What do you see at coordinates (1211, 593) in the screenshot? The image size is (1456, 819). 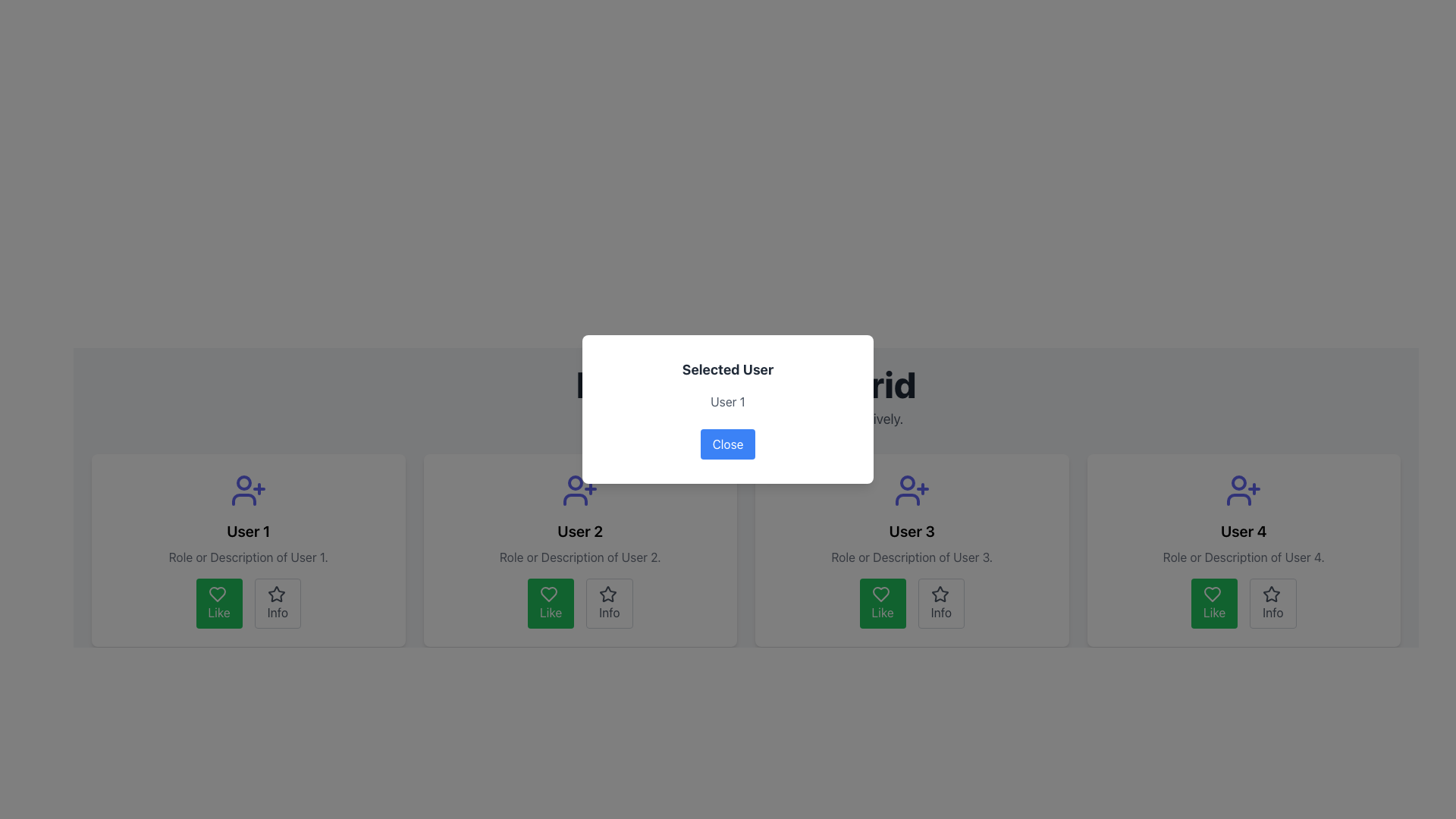 I see `the heart-shaped icon within the green 'Like' button located on User 4's card` at bounding box center [1211, 593].